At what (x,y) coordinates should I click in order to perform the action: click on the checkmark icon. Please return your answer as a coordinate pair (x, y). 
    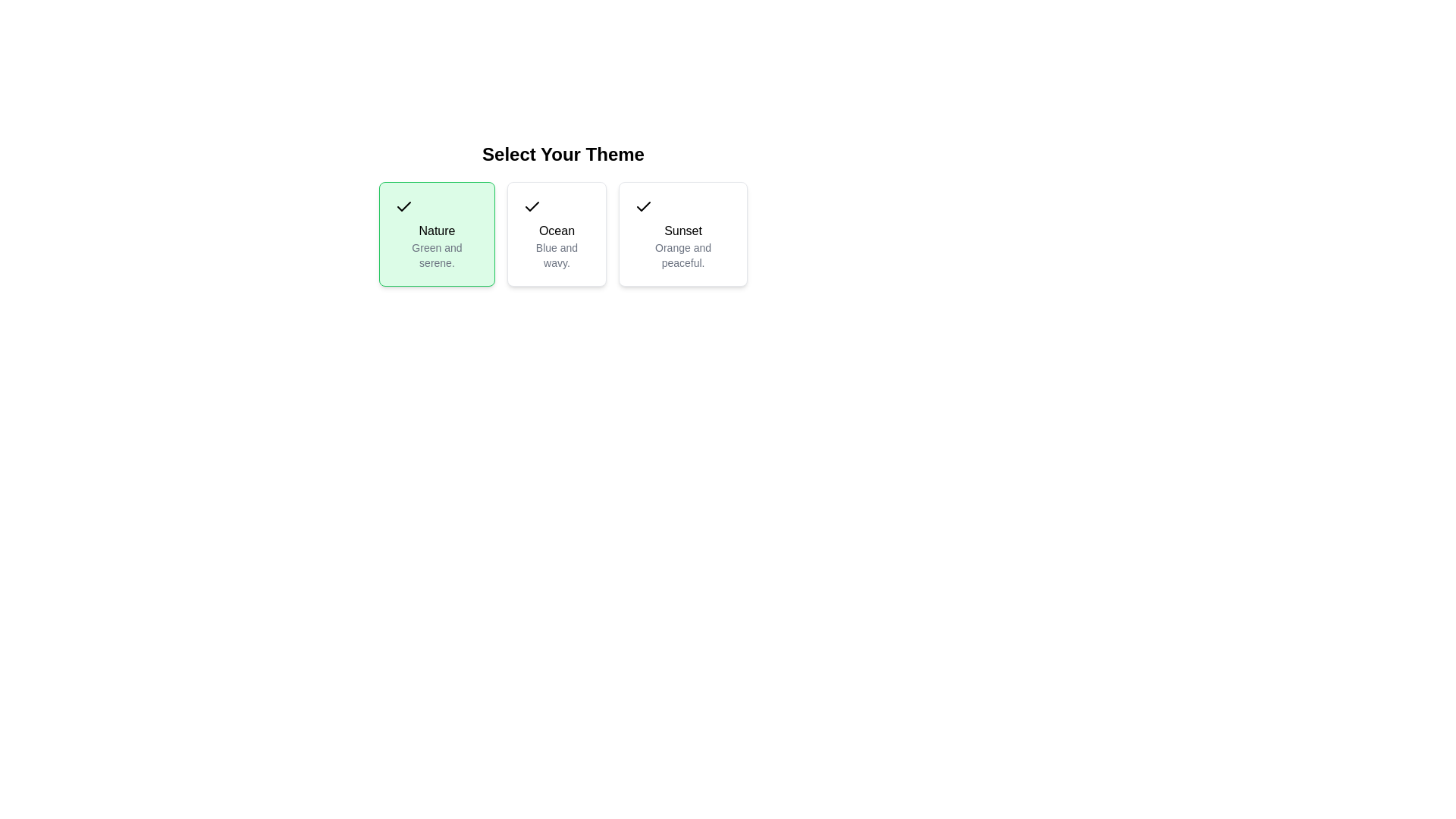
    Looking at the image, I should click on (403, 207).